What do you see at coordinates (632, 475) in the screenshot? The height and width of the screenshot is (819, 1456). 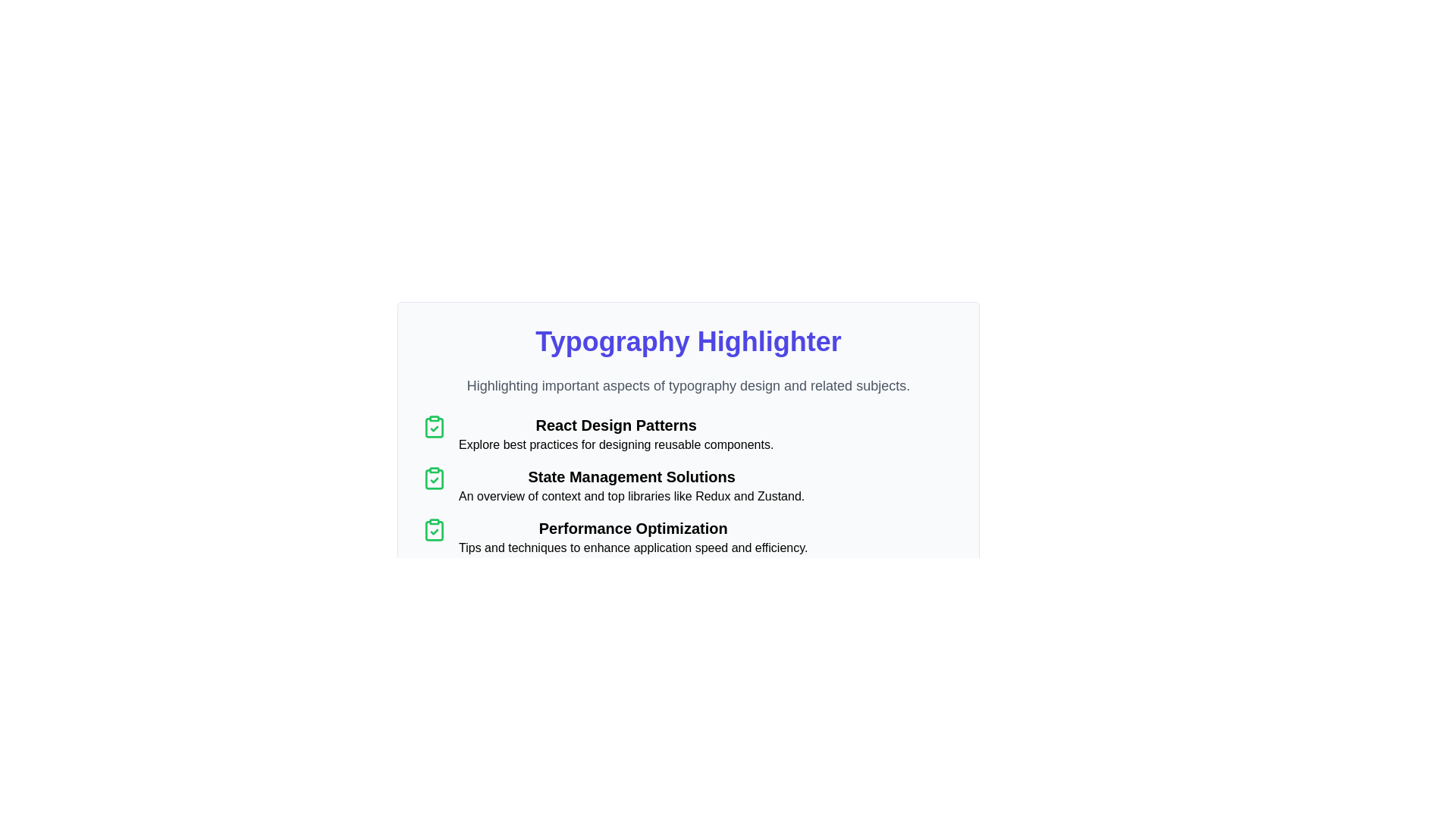 I see `the heading 'State Management Solutions'` at bounding box center [632, 475].